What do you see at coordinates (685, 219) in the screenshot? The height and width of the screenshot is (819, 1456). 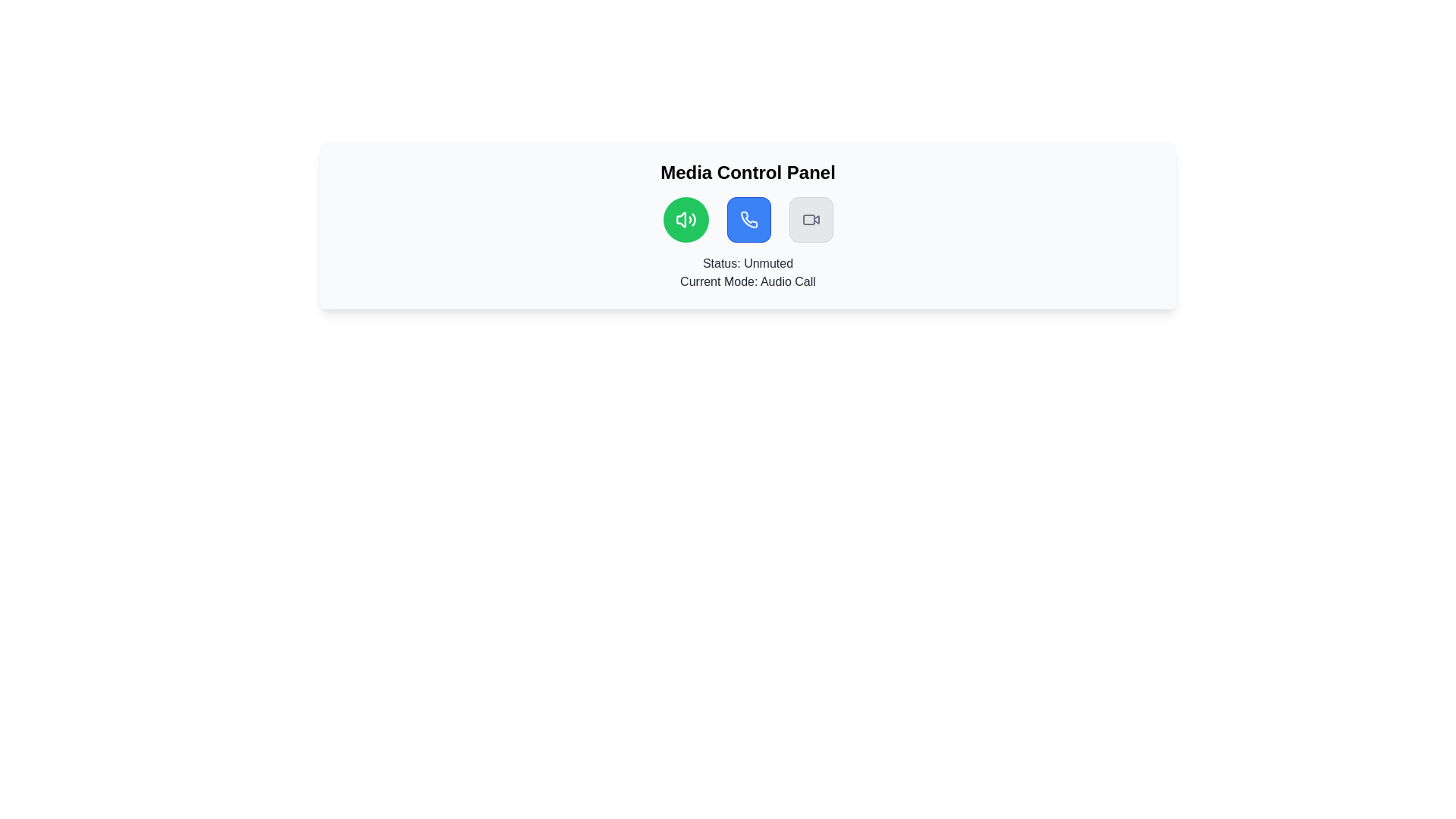 I see `the circular green mute button with a speaker icon in the Media Control Panel` at bounding box center [685, 219].